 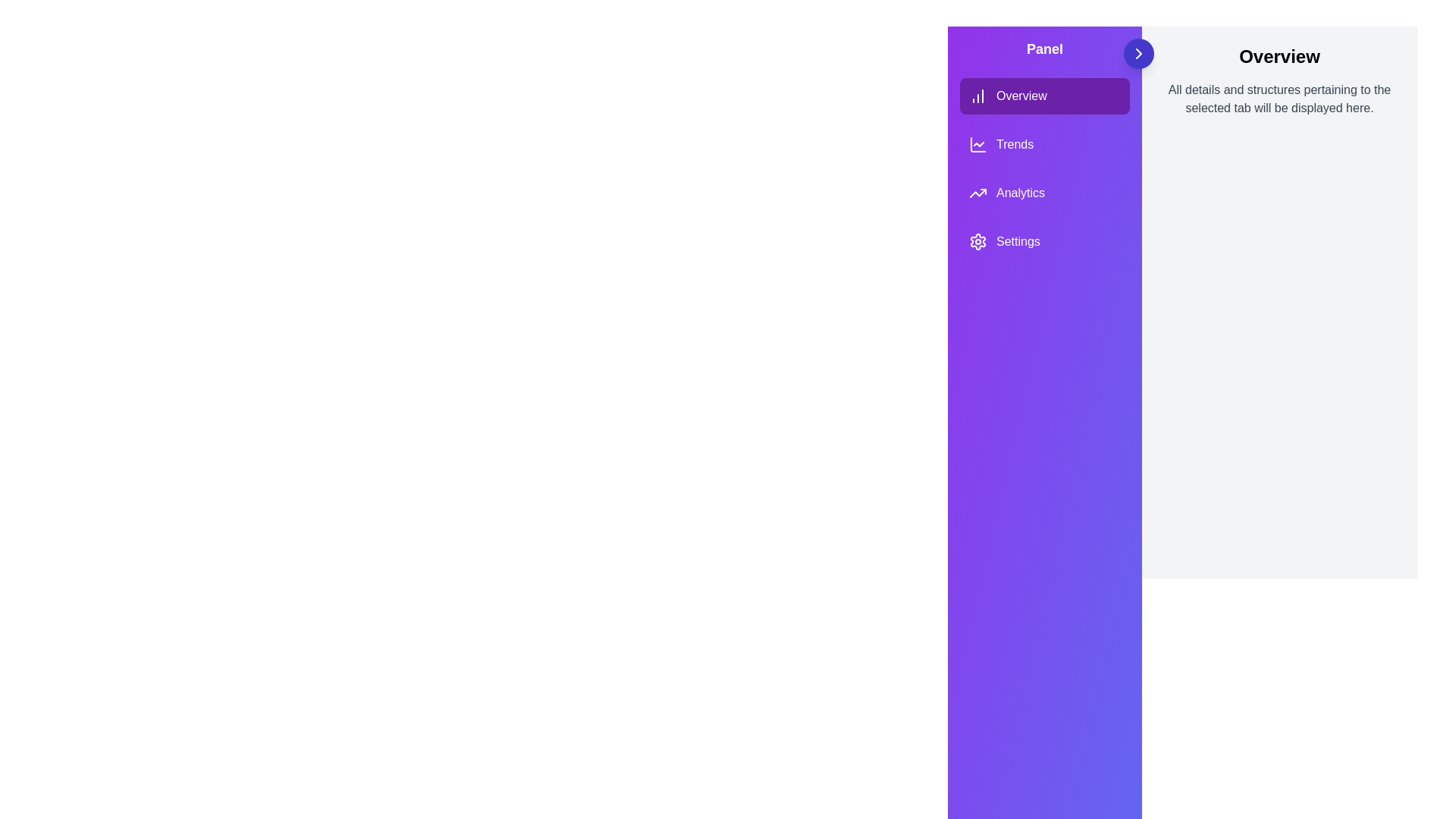 What do you see at coordinates (1043, 241) in the screenshot?
I see `the menu item labeled Settings to see its hover effect` at bounding box center [1043, 241].